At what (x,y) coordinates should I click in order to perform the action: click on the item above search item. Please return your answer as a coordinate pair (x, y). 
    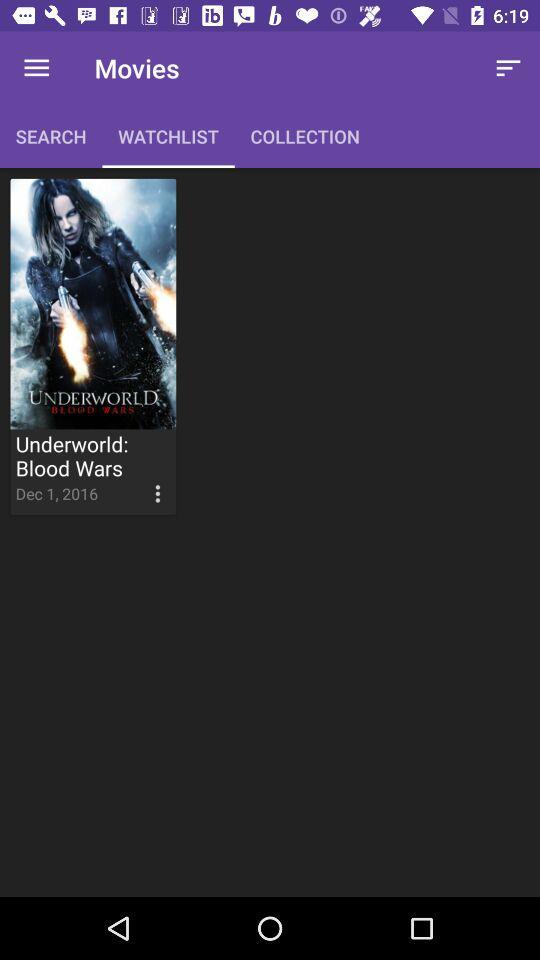
    Looking at the image, I should click on (36, 68).